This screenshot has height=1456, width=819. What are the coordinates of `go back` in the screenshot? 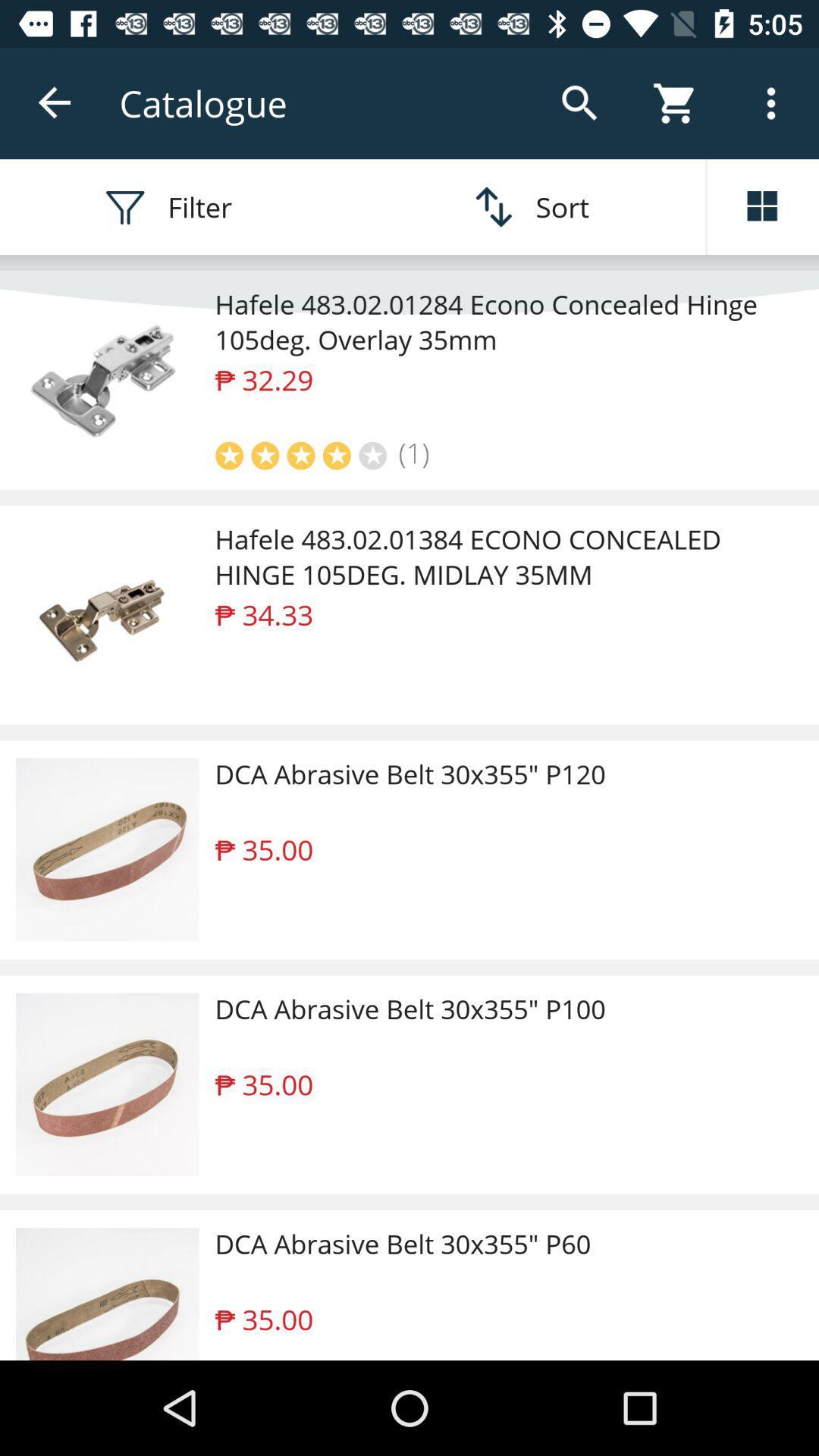 It's located at (55, 102).